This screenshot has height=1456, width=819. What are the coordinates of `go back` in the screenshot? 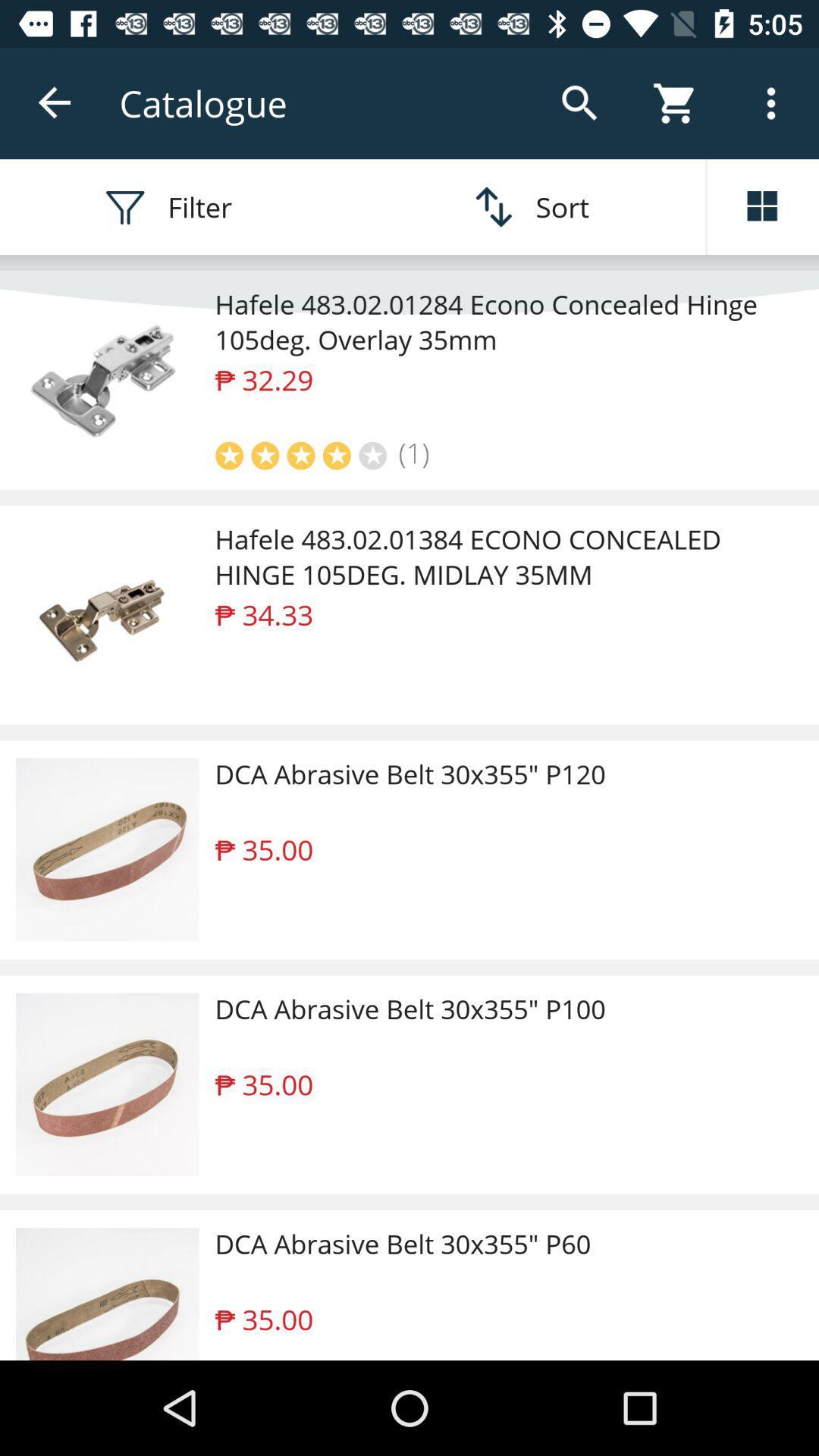 It's located at (55, 102).